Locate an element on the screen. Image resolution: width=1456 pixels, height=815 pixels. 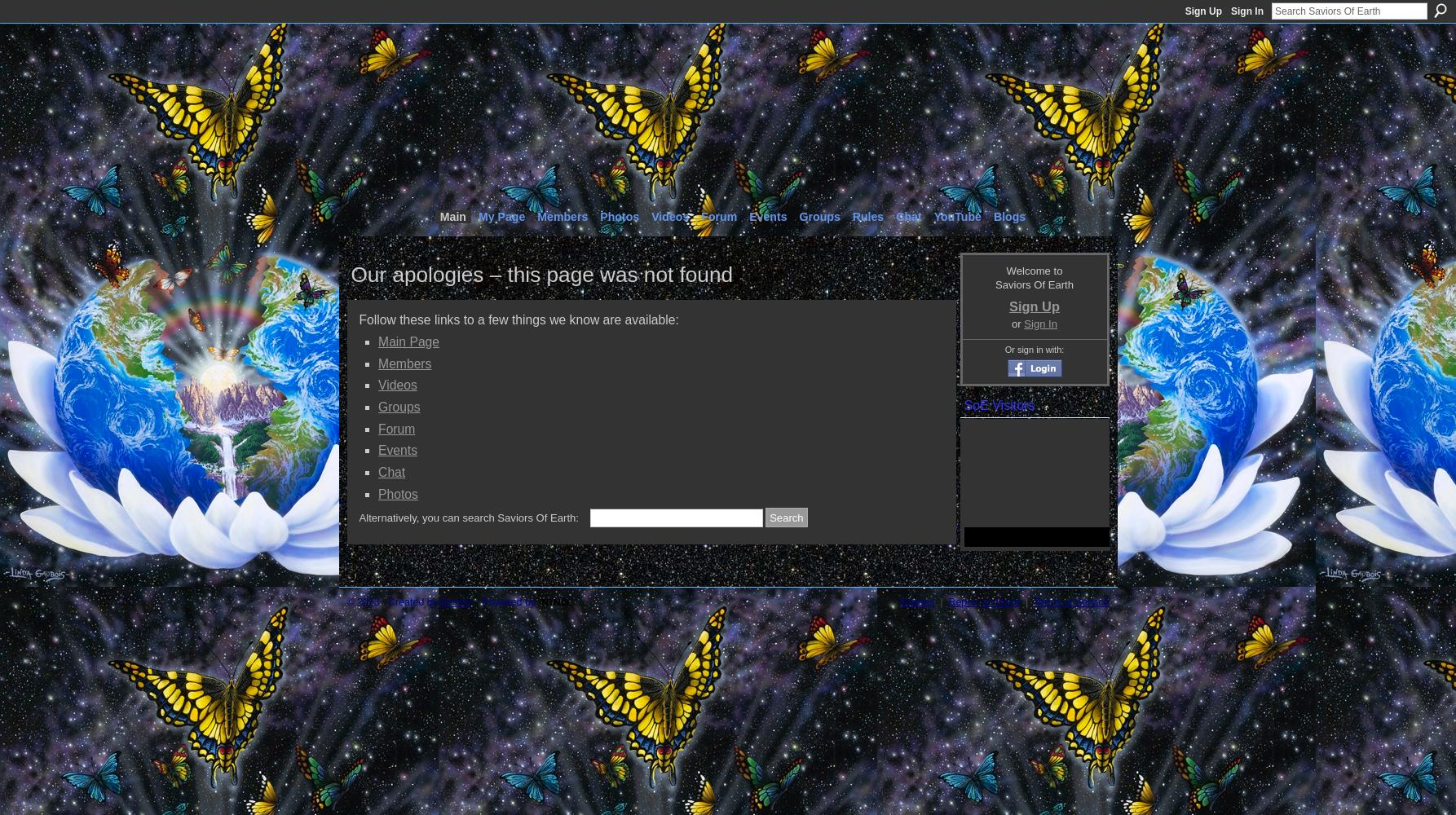
'Welcome to' is located at coordinates (1034, 269).